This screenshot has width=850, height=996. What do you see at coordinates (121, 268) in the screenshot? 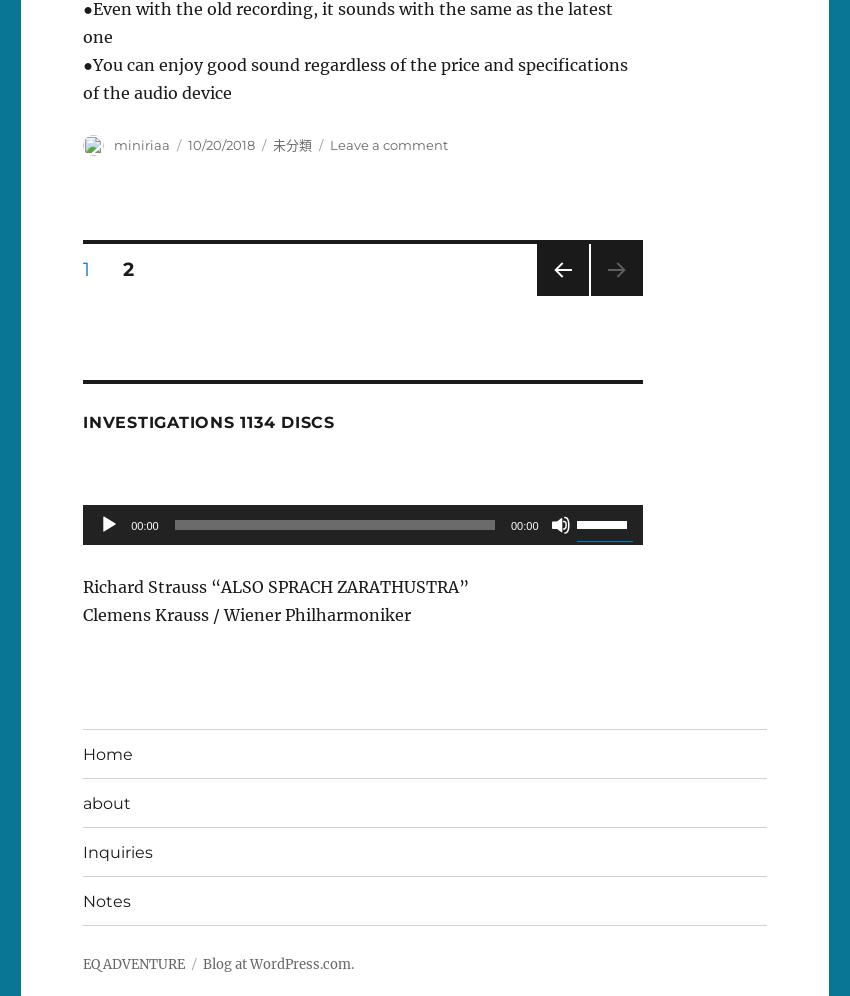
I see `'2'` at bounding box center [121, 268].